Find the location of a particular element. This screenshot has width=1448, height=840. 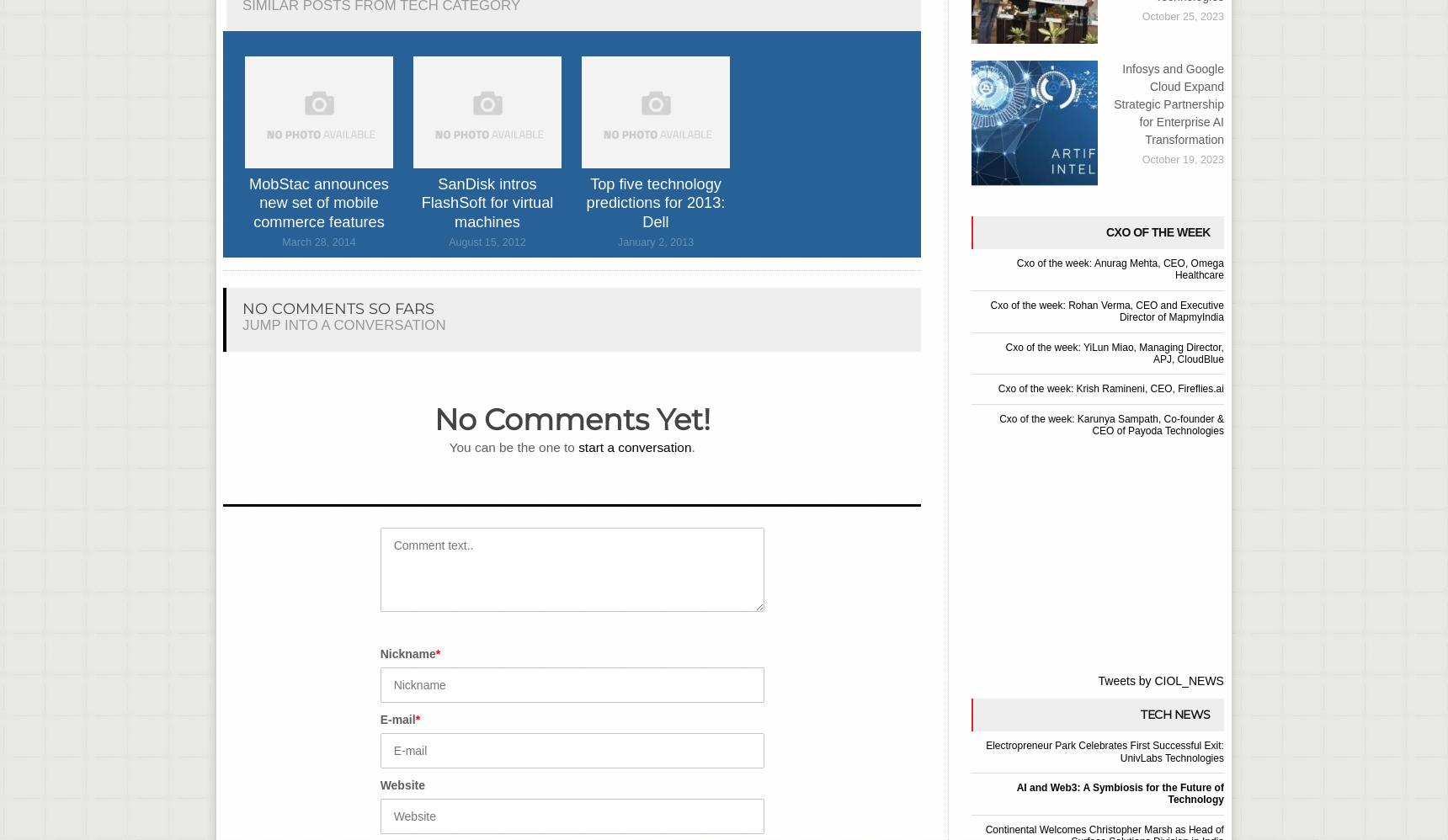

'Electropreneur Park Celebrates First Successful Exit: UnivLabs Technologies' is located at coordinates (1104, 751).